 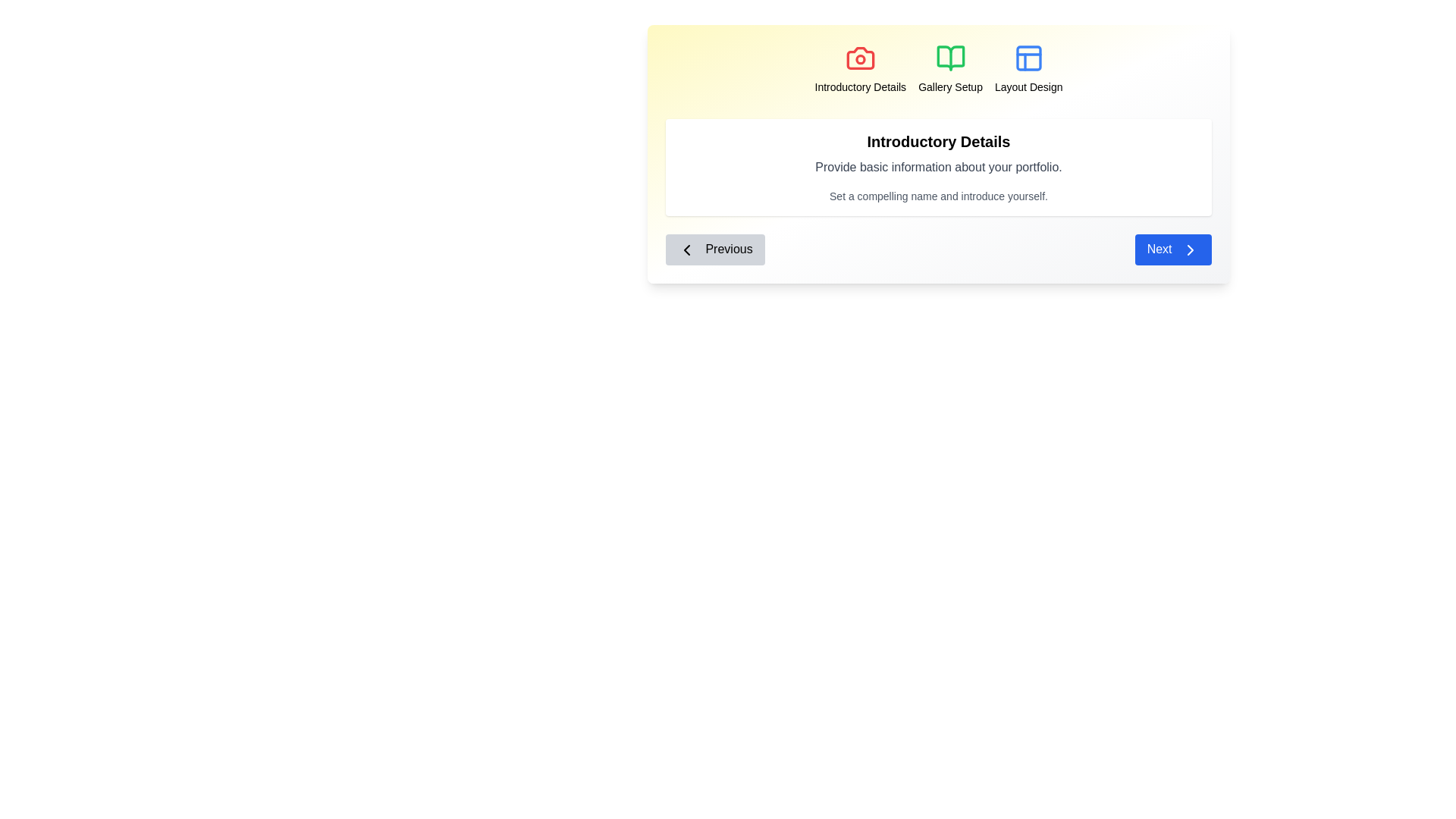 What do you see at coordinates (860, 58) in the screenshot?
I see `the circular element within the camera icon located at the top-left corner of the interface` at bounding box center [860, 58].